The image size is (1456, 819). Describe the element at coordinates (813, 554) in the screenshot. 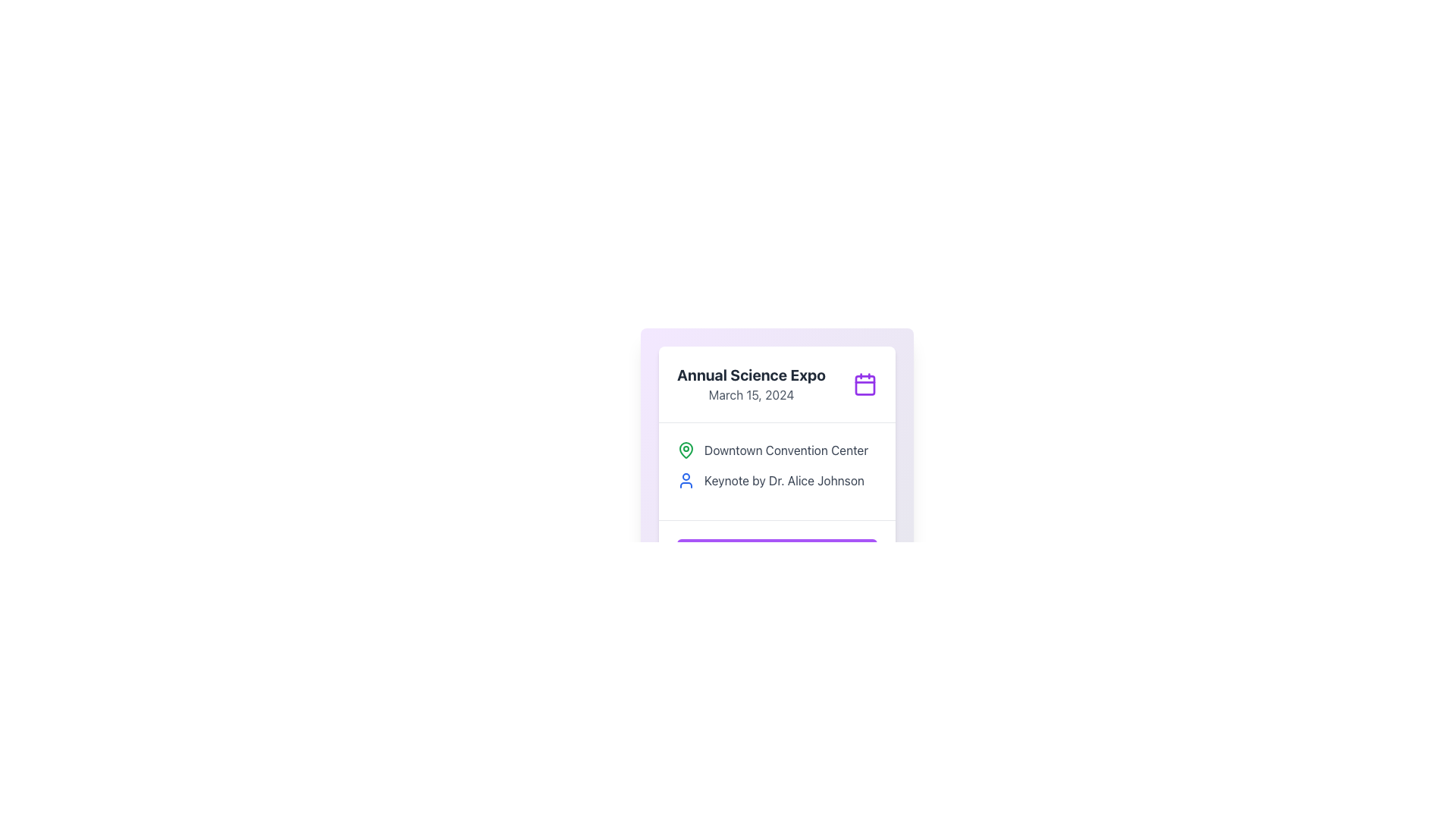

I see `the SVG circle element, which is a circular graphical component with a stroke outline, located at the bottom area of a card-like UI component` at that location.